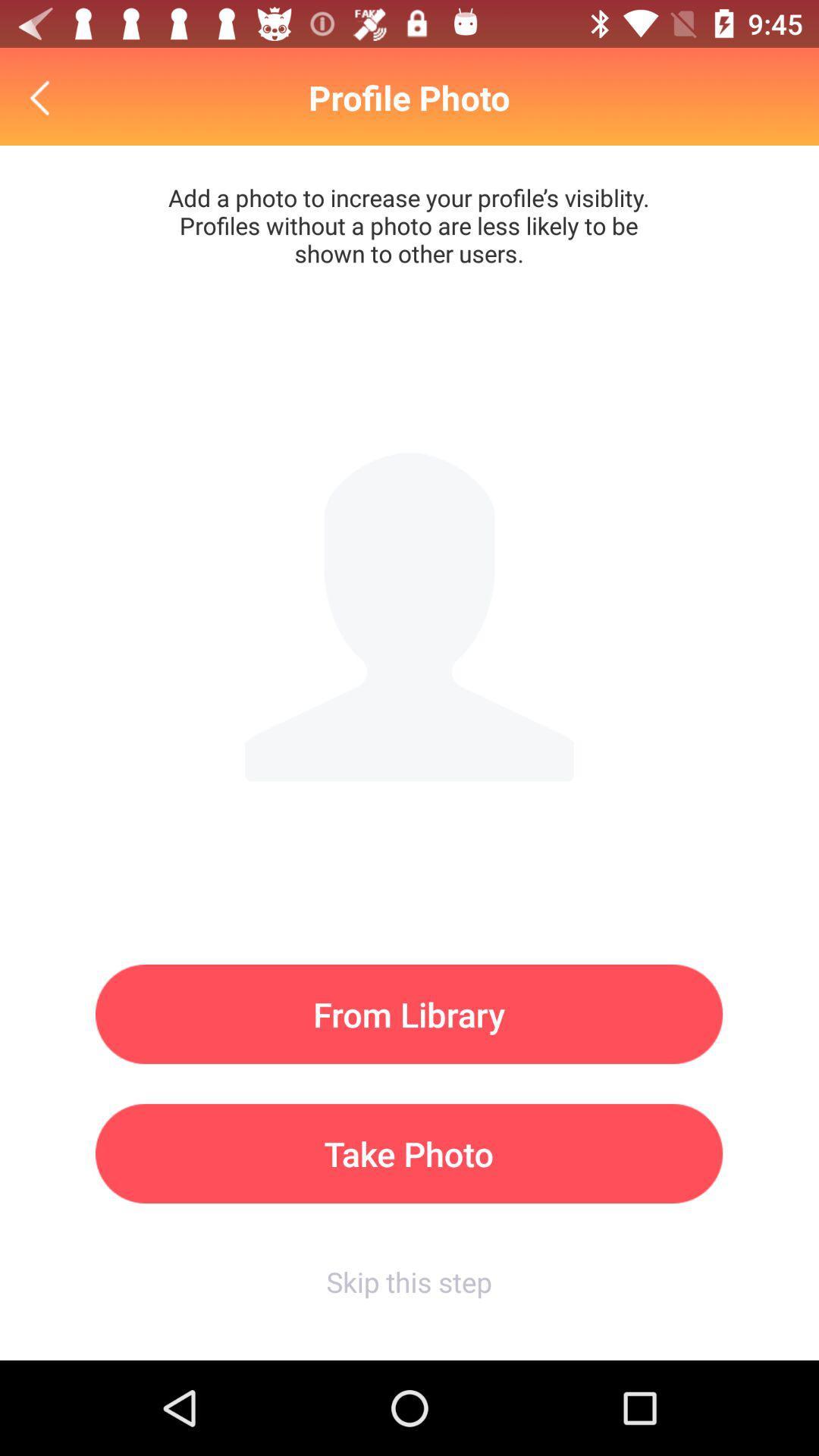 Image resolution: width=819 pixels, height=1456 pixels. I want to click on the icon next to the profile photo item, so click(42, 97).